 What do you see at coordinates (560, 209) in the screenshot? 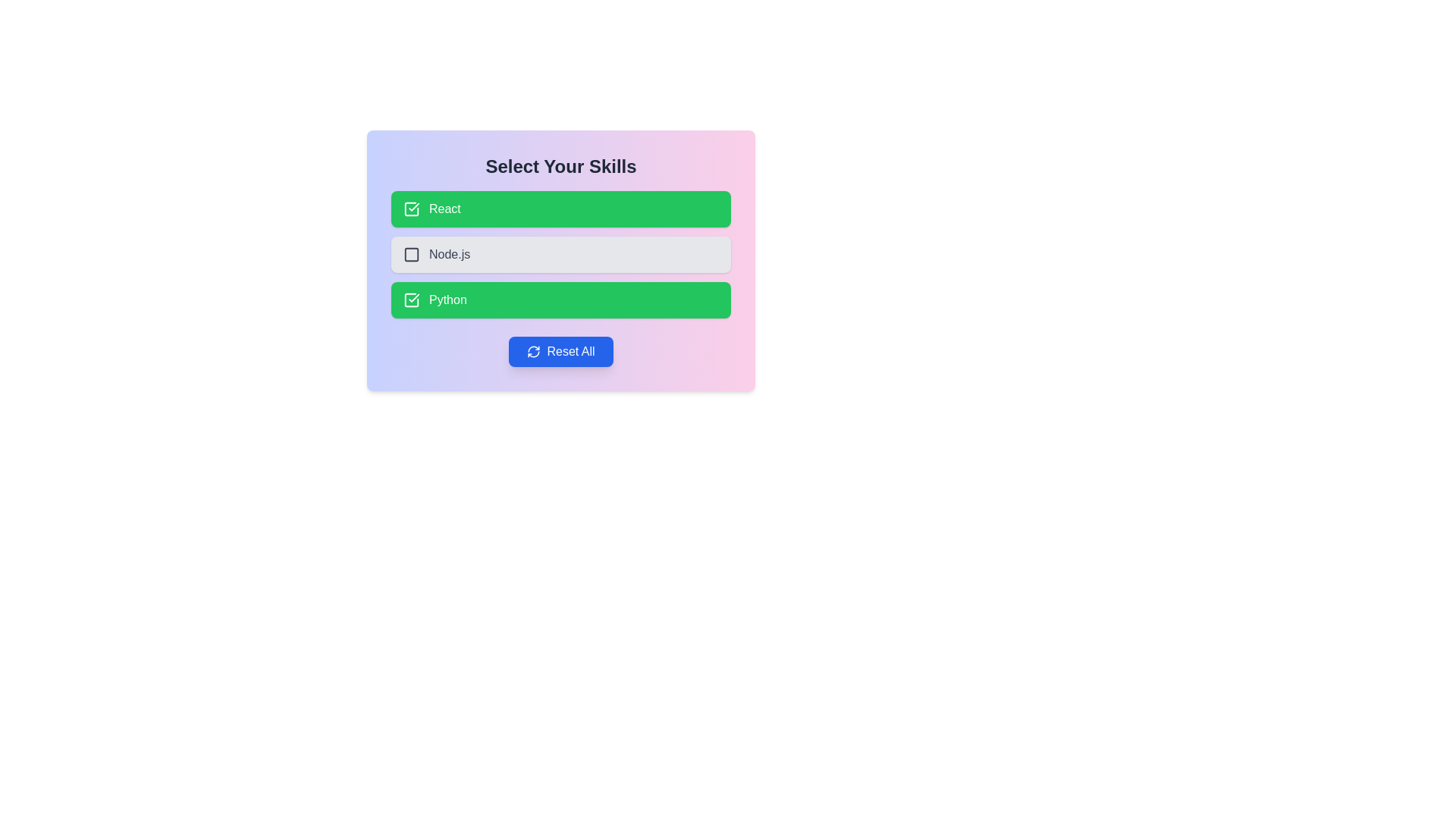
I see `the skill React by clicking on its respective option` at bounding box center [560, 209].